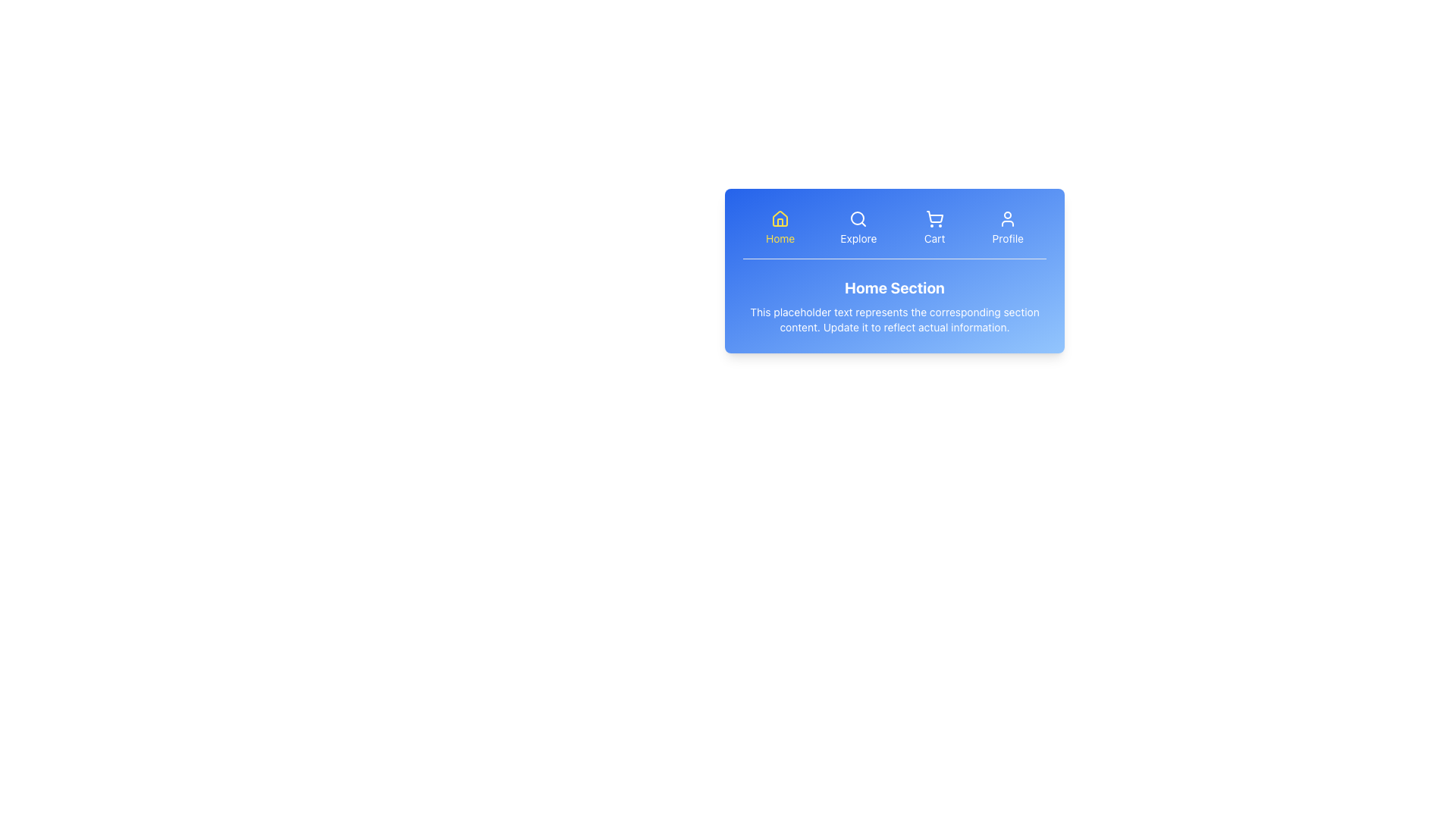 The width and height of the screenshot is (1456, 819). I want to click on the 'Cart' icon located in the top navigation bar, so click(934, 219).